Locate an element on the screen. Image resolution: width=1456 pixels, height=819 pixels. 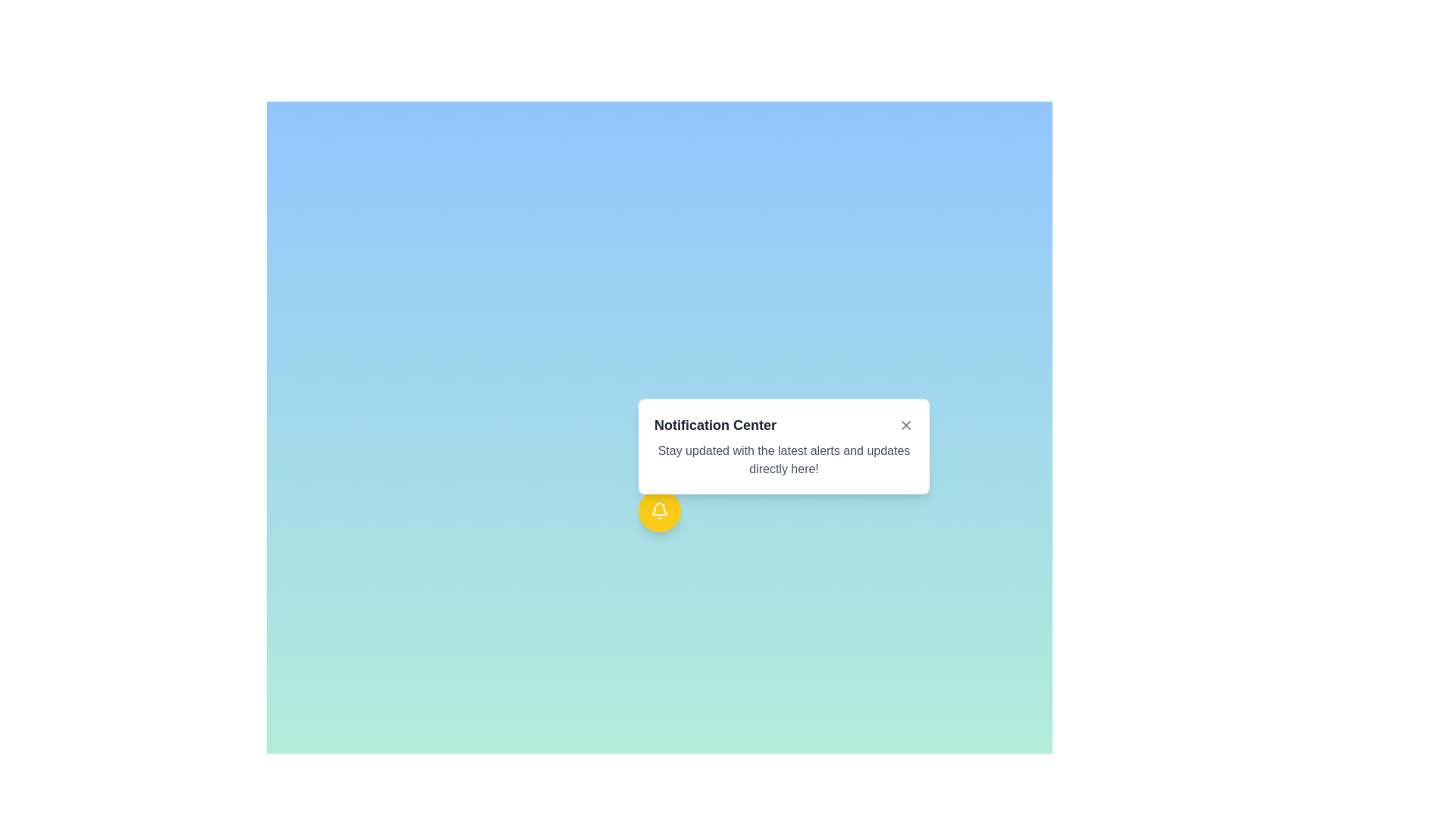
the 'X' shaped Close button located at the top right corner of the Notification Center popup is located at coordinates (906, 425).